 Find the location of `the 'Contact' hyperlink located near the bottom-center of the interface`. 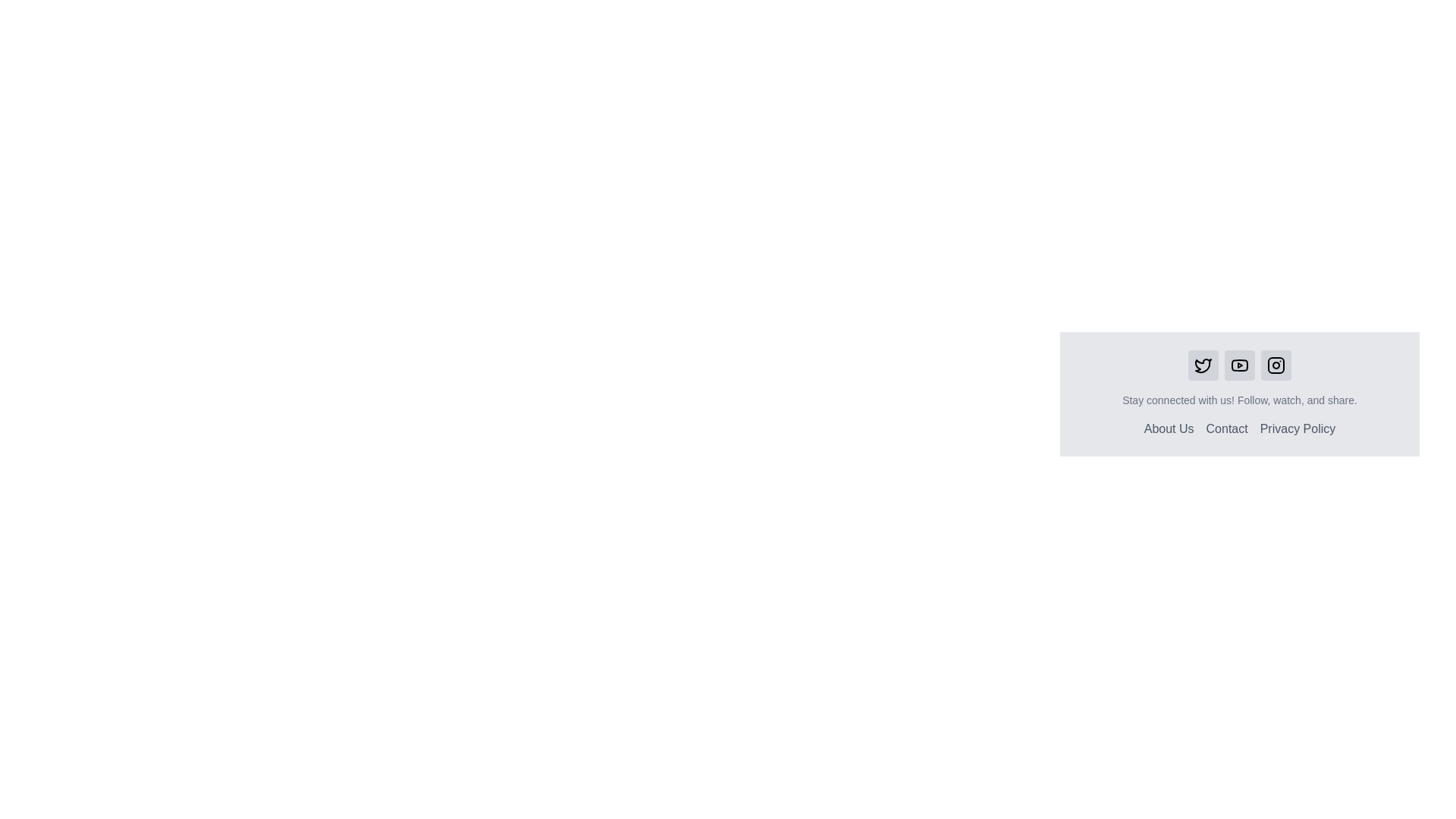

the 'Contact' hyperlink located near the bottom-center of the interface is located at coordinates (1227, 429).